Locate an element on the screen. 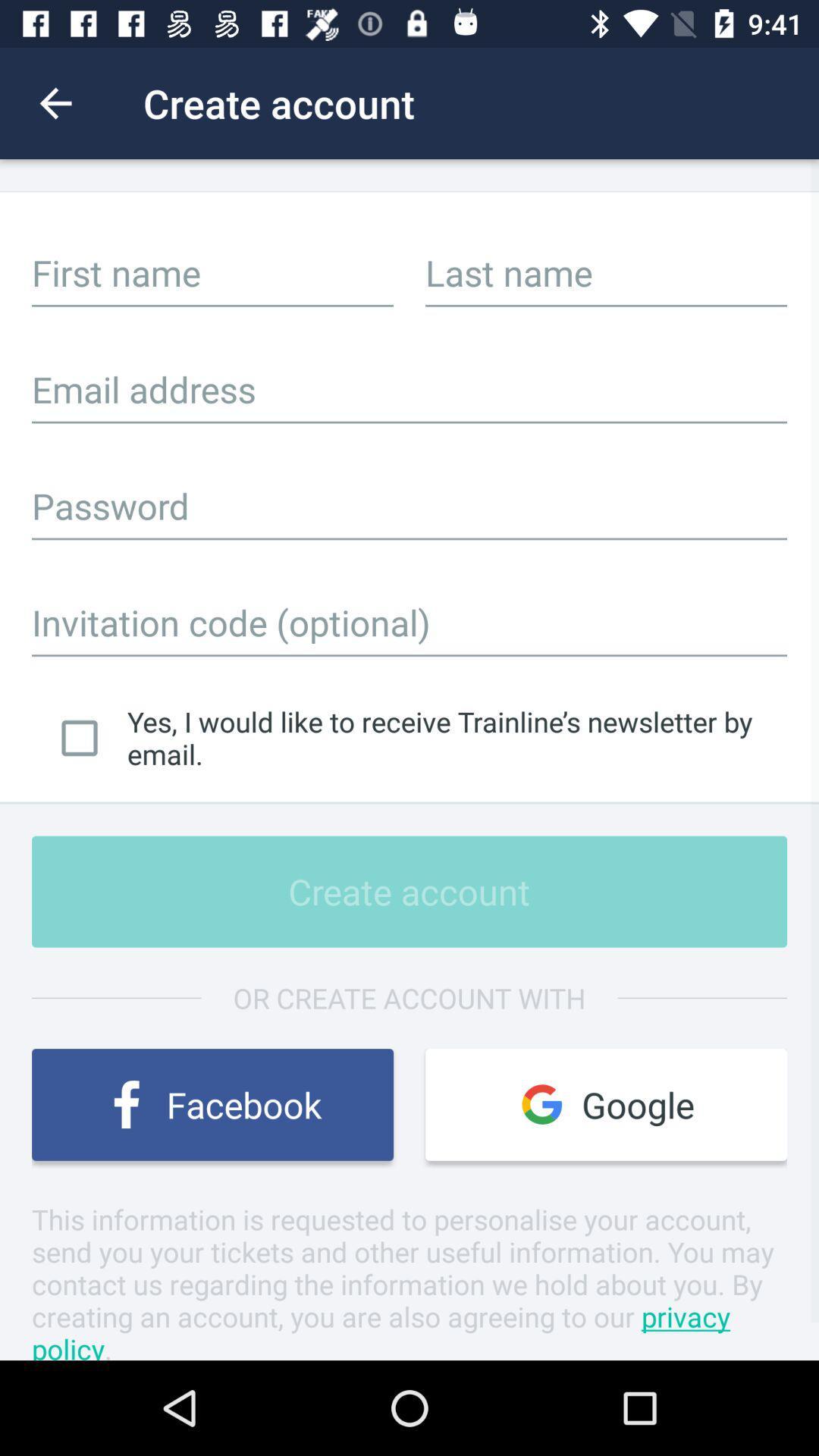  insert your first name is located at coordinates (212, 272).